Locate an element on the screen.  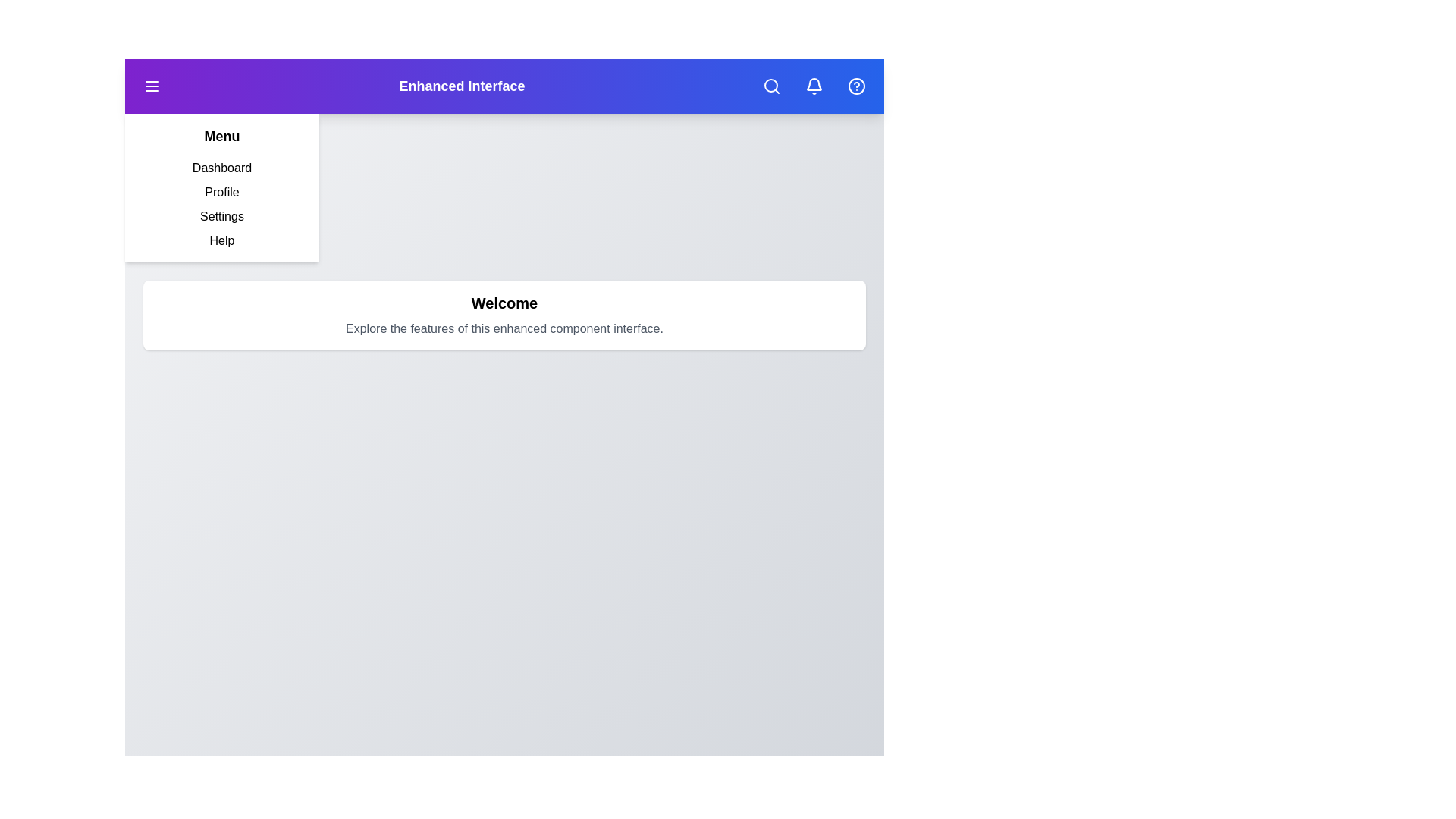
the 'Welcome' text is located at coordinates (504, 303).